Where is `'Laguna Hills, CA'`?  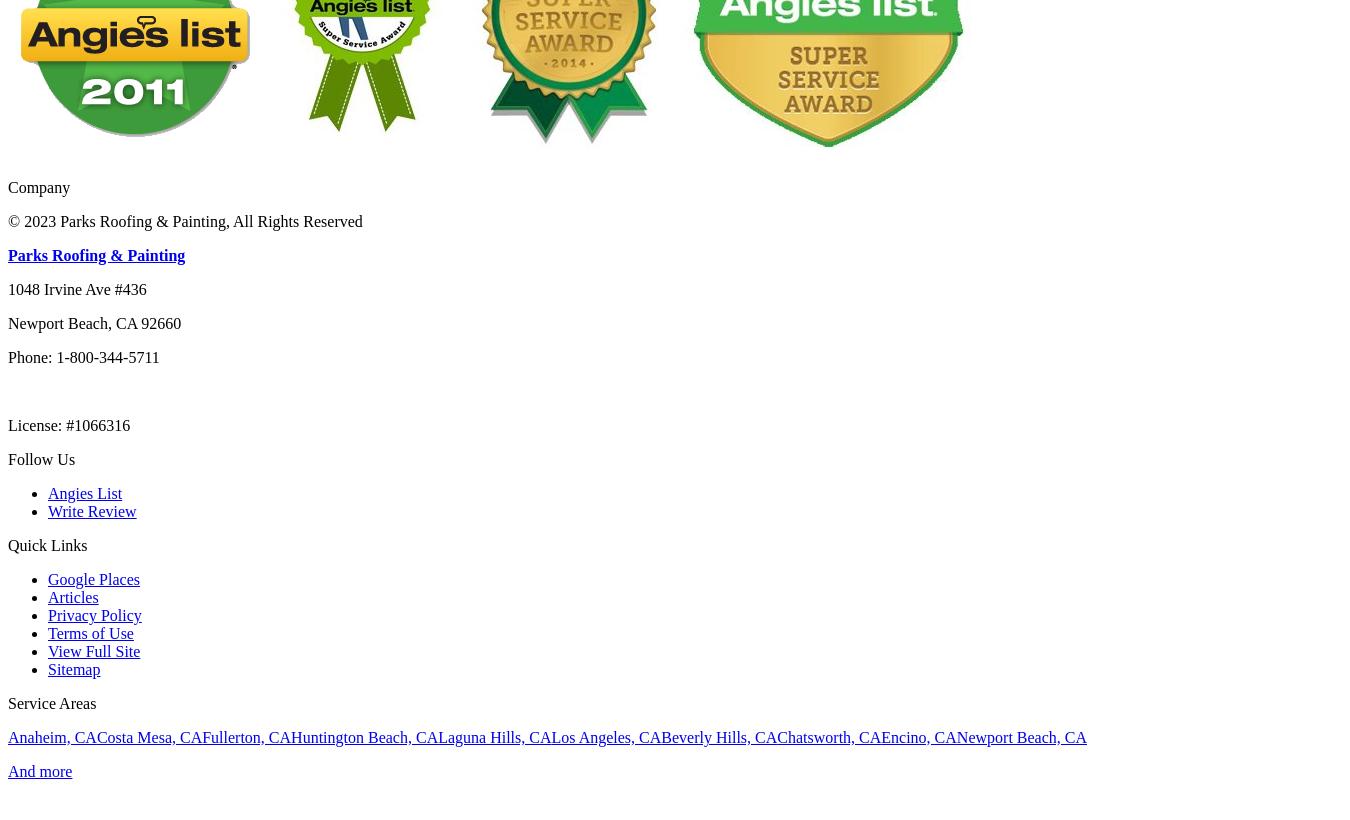
'Laguna Hills, CA' is located at coordinates (493, 735).